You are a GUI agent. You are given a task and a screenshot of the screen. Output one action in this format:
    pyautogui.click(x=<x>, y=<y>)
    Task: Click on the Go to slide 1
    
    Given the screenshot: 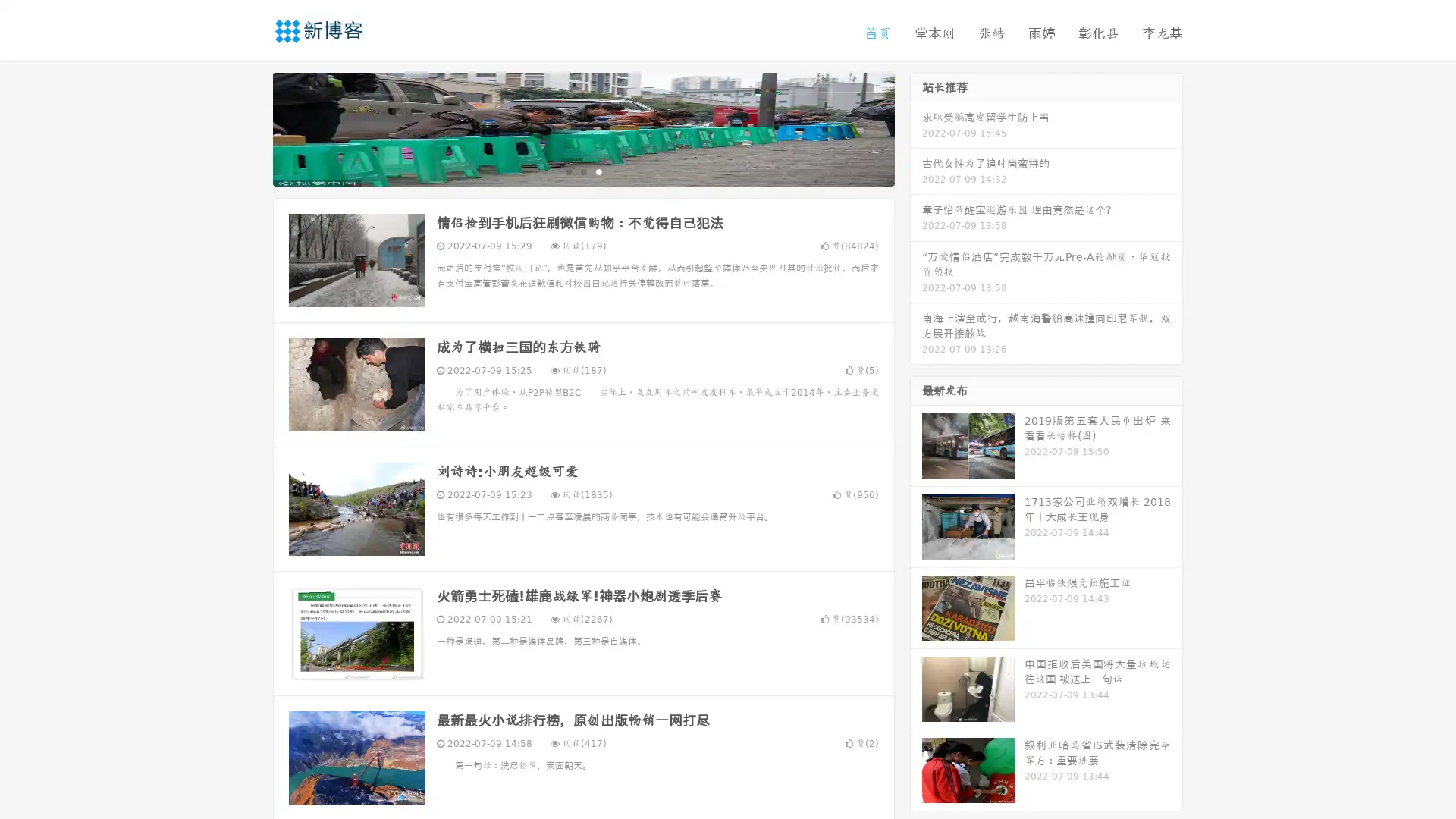 What is the action you would take?
    pyautogui.click(x=567, y=171)
    